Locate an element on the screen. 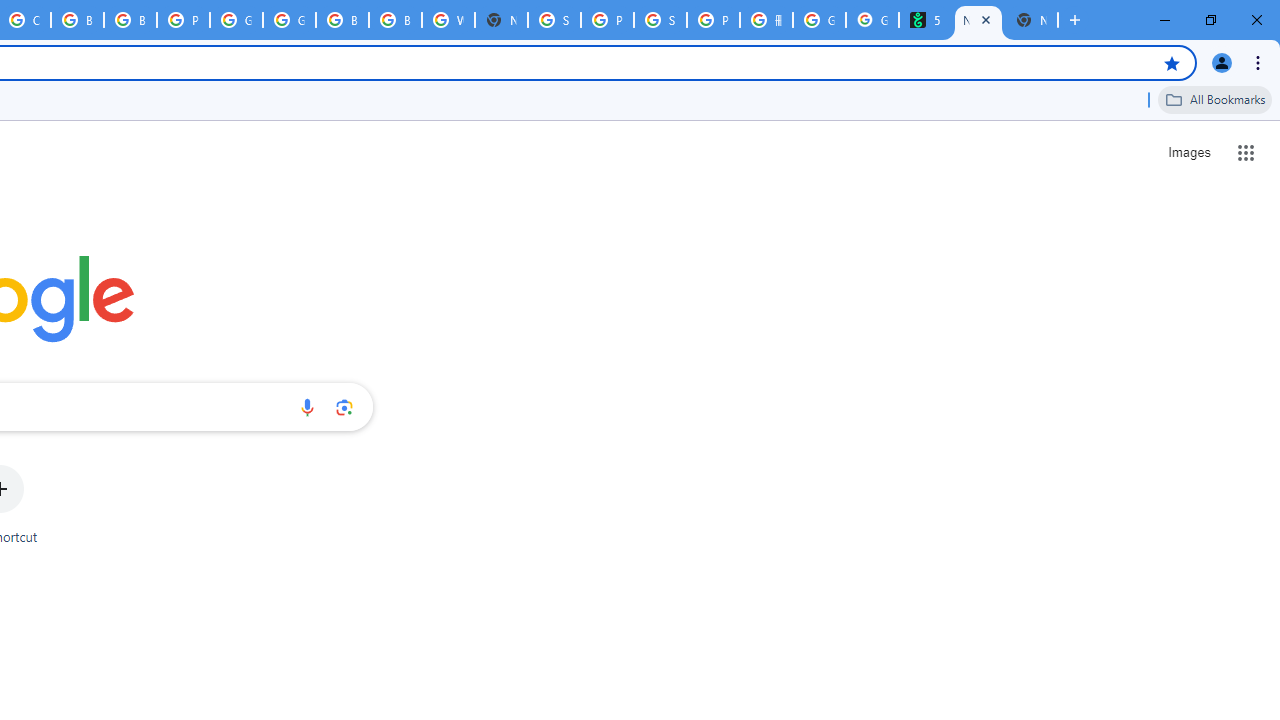 This screenshot has height=720, width=1280. 'Browse Chrome as a guest - Computer - Google Chrome Help' is located at coordinates (77, 20).